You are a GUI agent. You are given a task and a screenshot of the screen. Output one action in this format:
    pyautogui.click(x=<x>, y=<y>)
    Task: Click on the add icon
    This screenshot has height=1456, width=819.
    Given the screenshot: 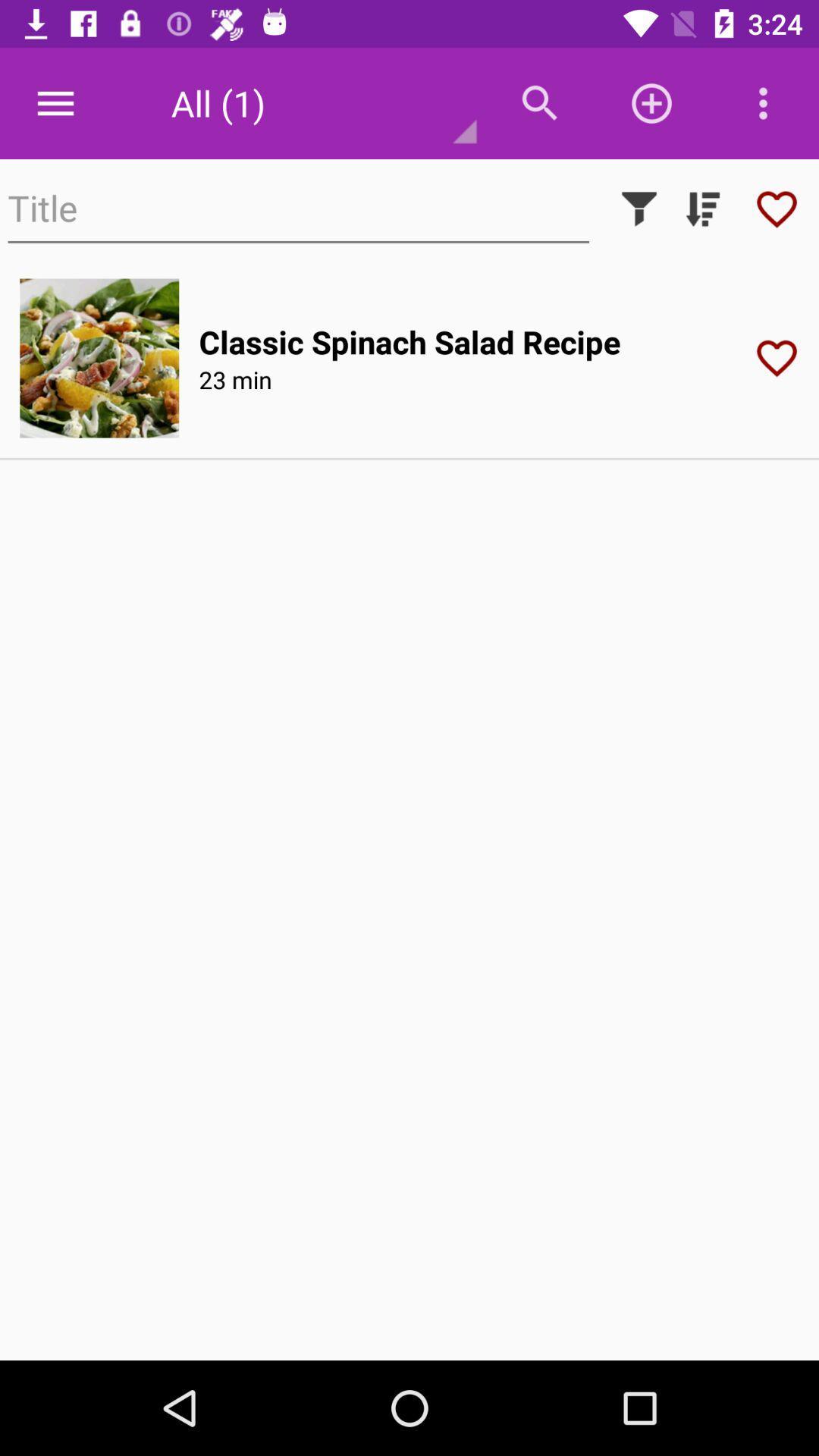 What is the action you would take?
    pyautogui.click(x=651, y=103)
    